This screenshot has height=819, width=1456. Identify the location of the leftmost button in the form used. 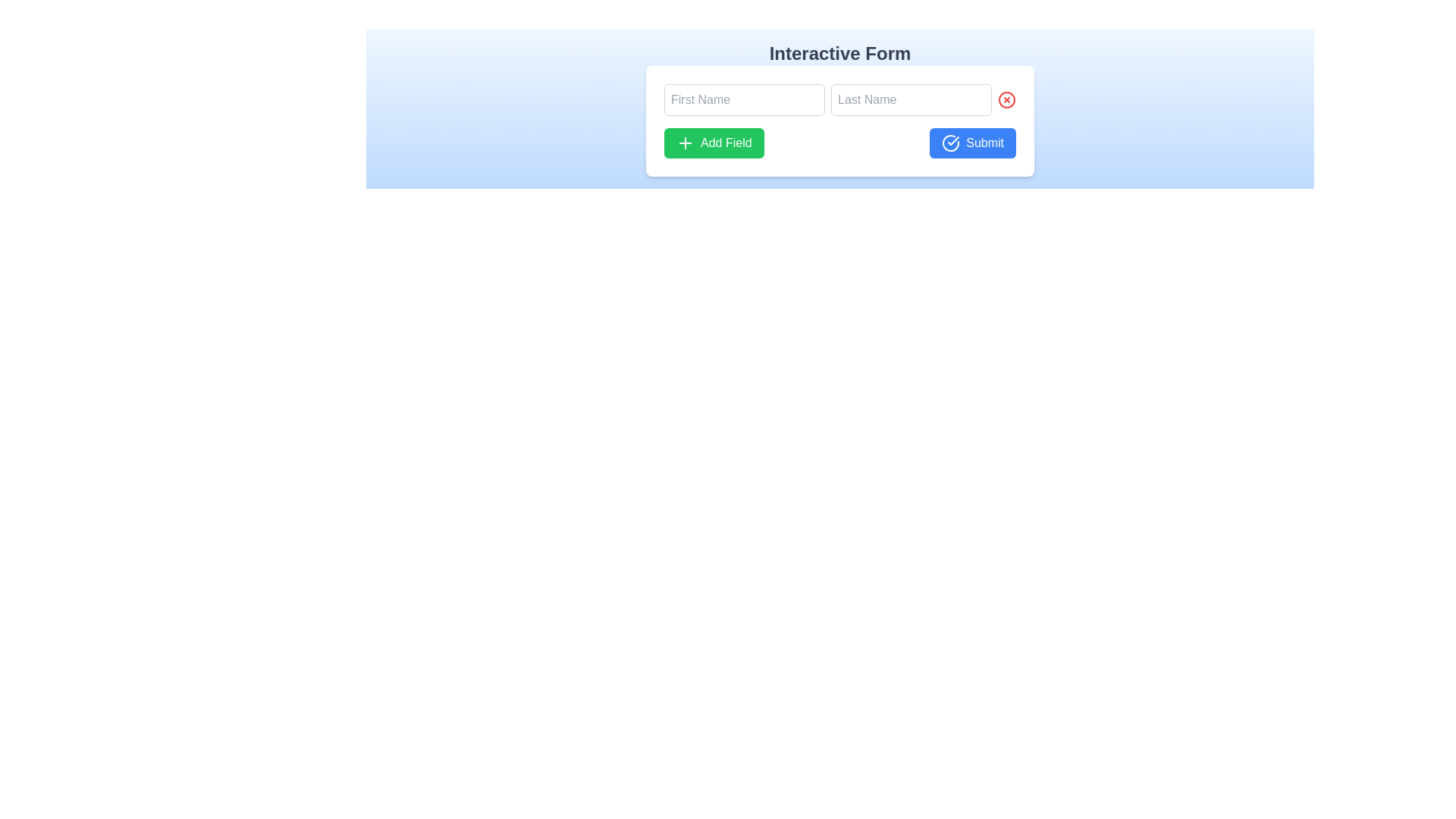
(713, 143).